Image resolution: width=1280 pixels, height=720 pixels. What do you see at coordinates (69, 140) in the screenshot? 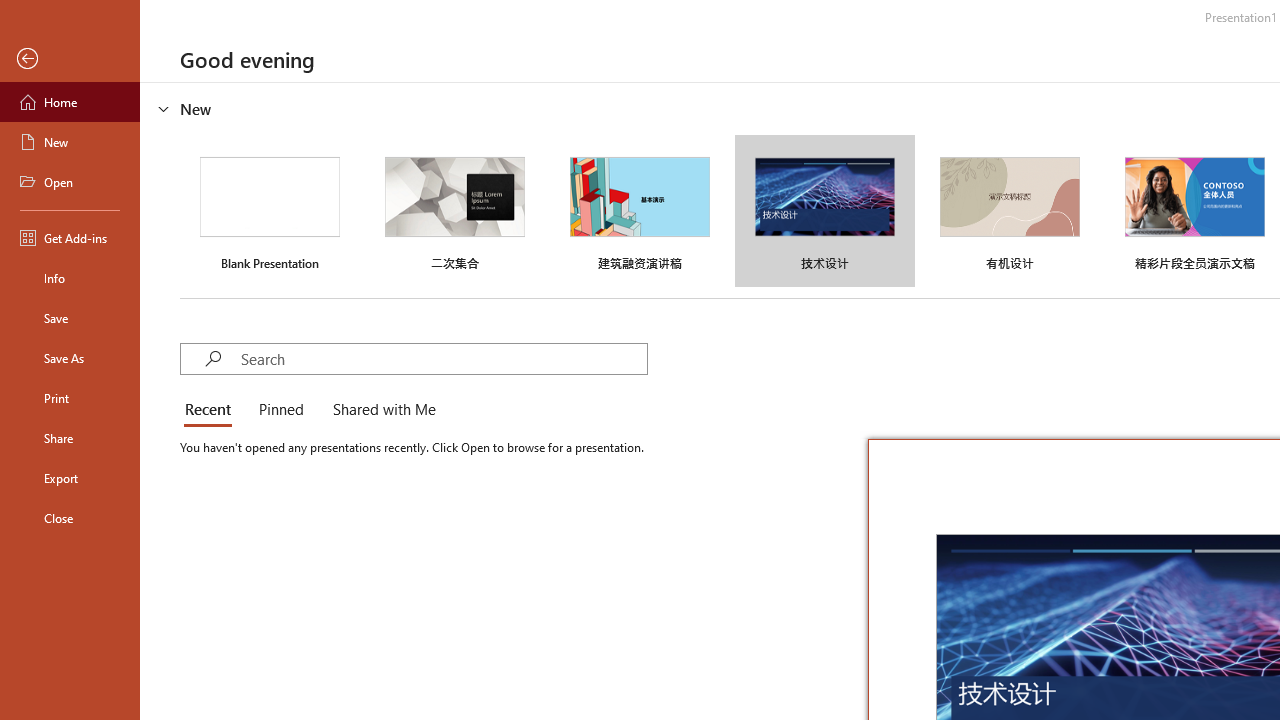
I see `'New'` at bounding box center [69, 140].